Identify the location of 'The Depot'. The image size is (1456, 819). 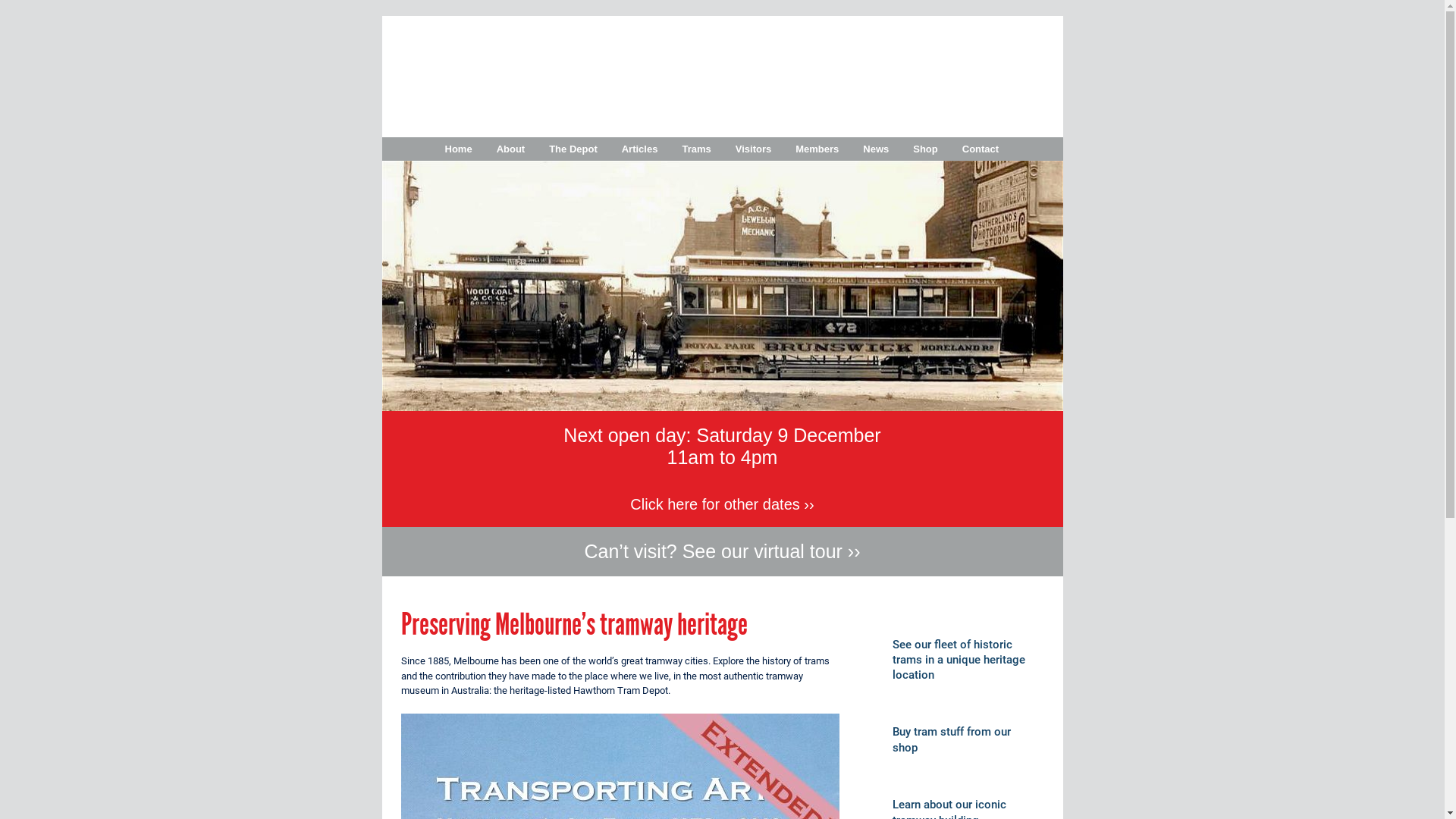
(572, 149).